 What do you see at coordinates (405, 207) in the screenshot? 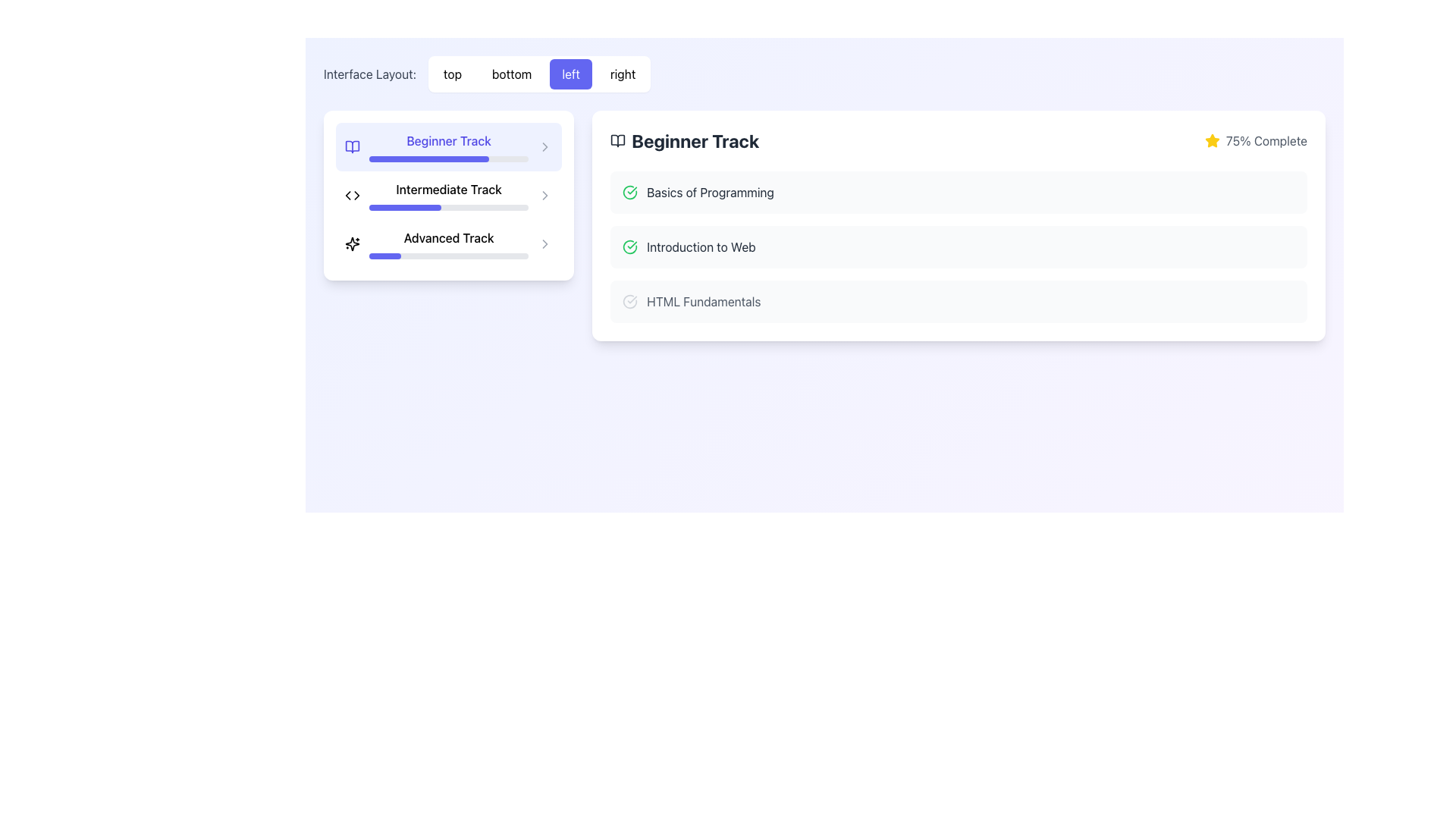
I see `the leftmost segment of the Progress Indicator representing 45% completion of the Intermediate Track, located beneath the 'Intermediate Track' label and icon` at bounding box center [405, 207].